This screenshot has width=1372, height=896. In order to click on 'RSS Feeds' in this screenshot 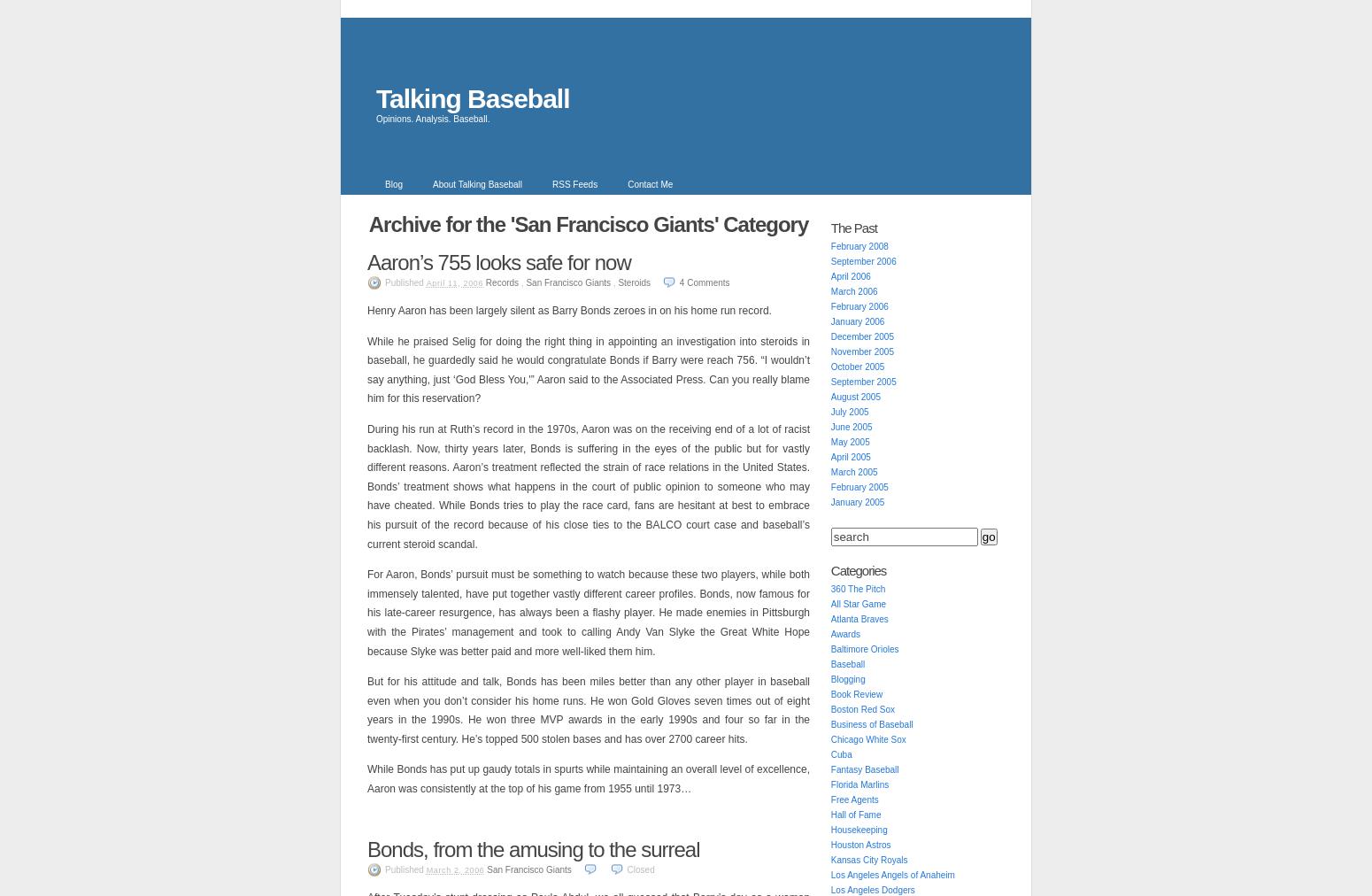, I will do `click(574, 184)`.